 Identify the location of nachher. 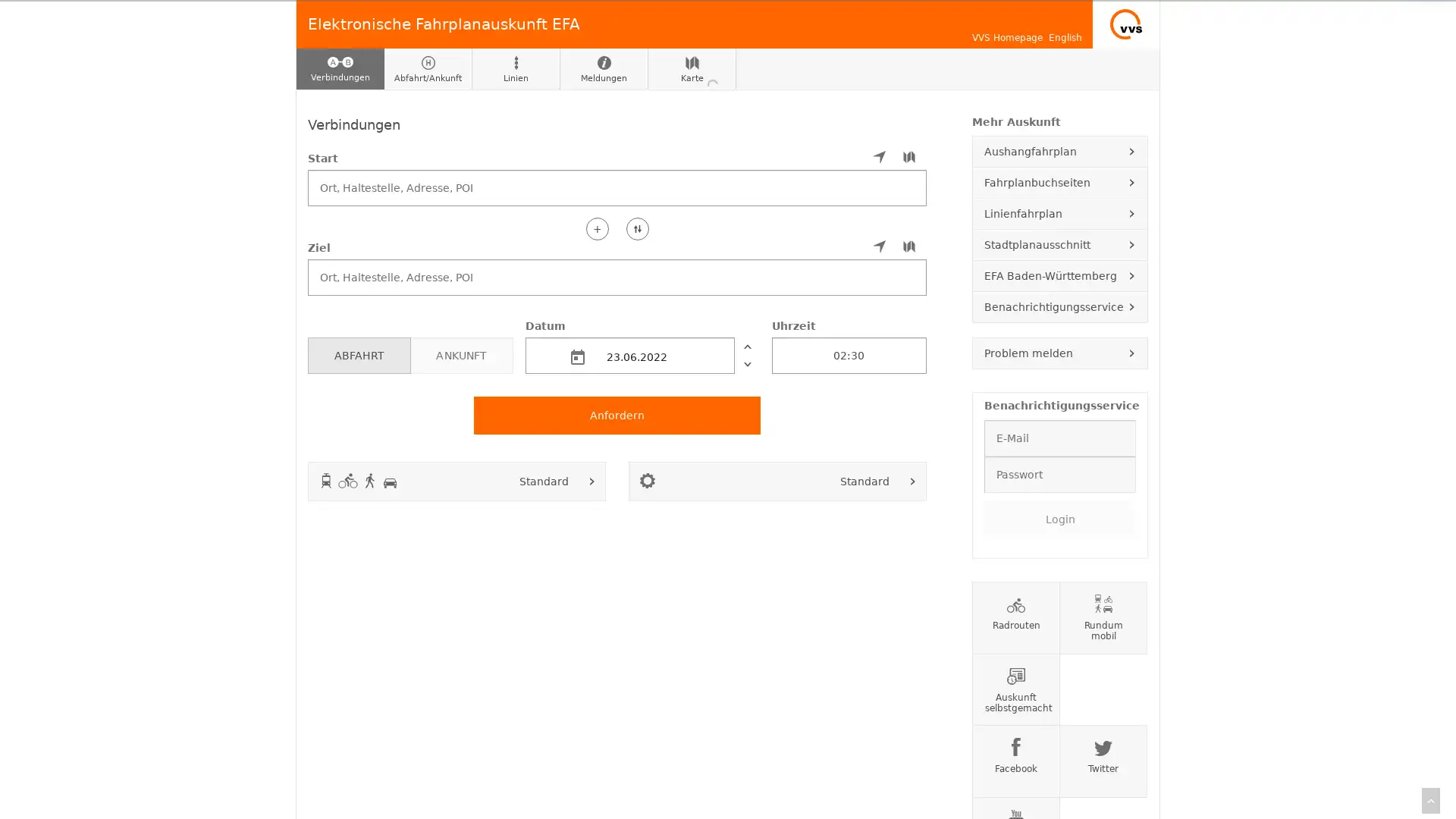
(746, 363).